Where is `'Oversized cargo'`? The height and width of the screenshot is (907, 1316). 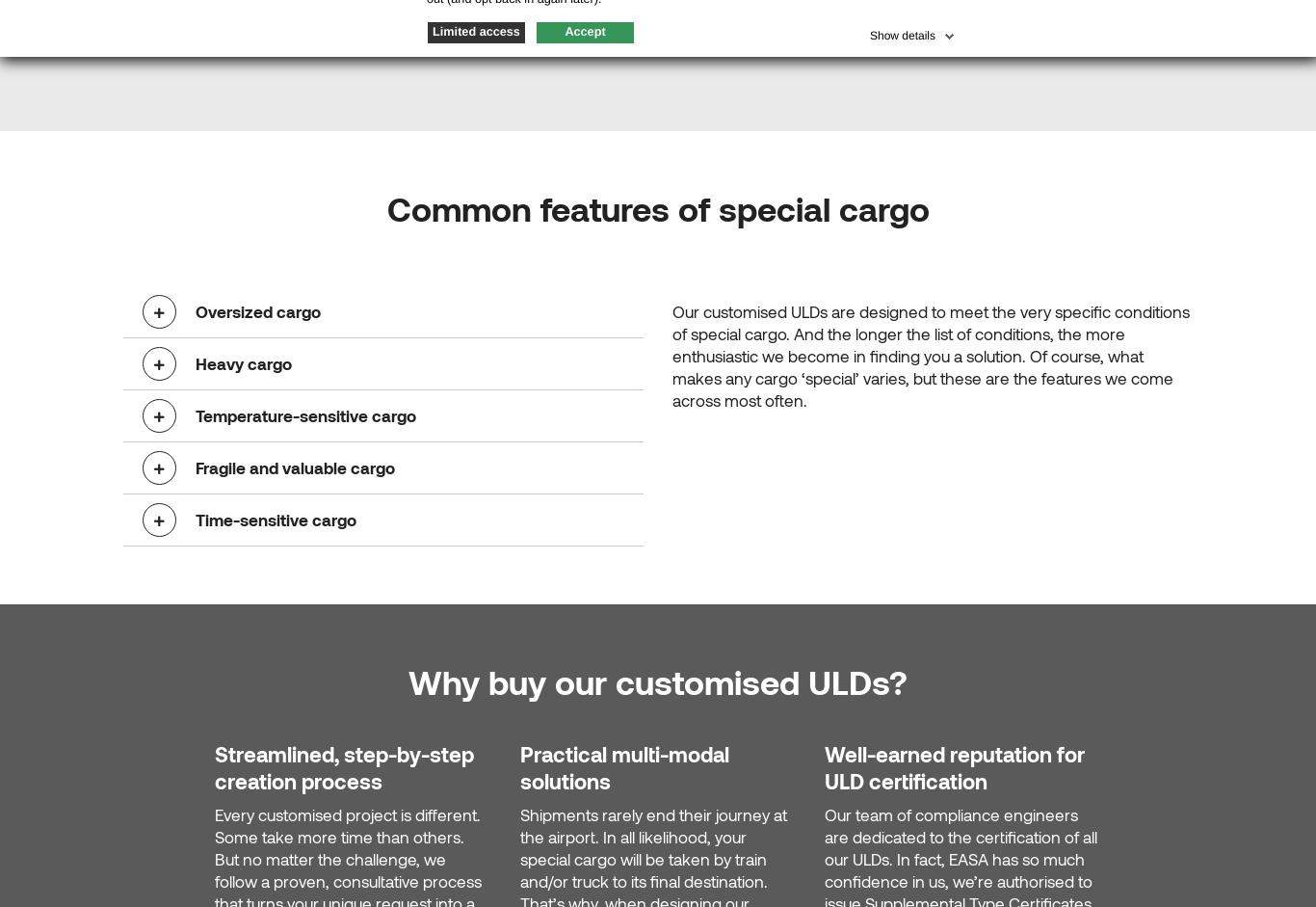 'Oversized cargo' is located at coordinates (194, 309).